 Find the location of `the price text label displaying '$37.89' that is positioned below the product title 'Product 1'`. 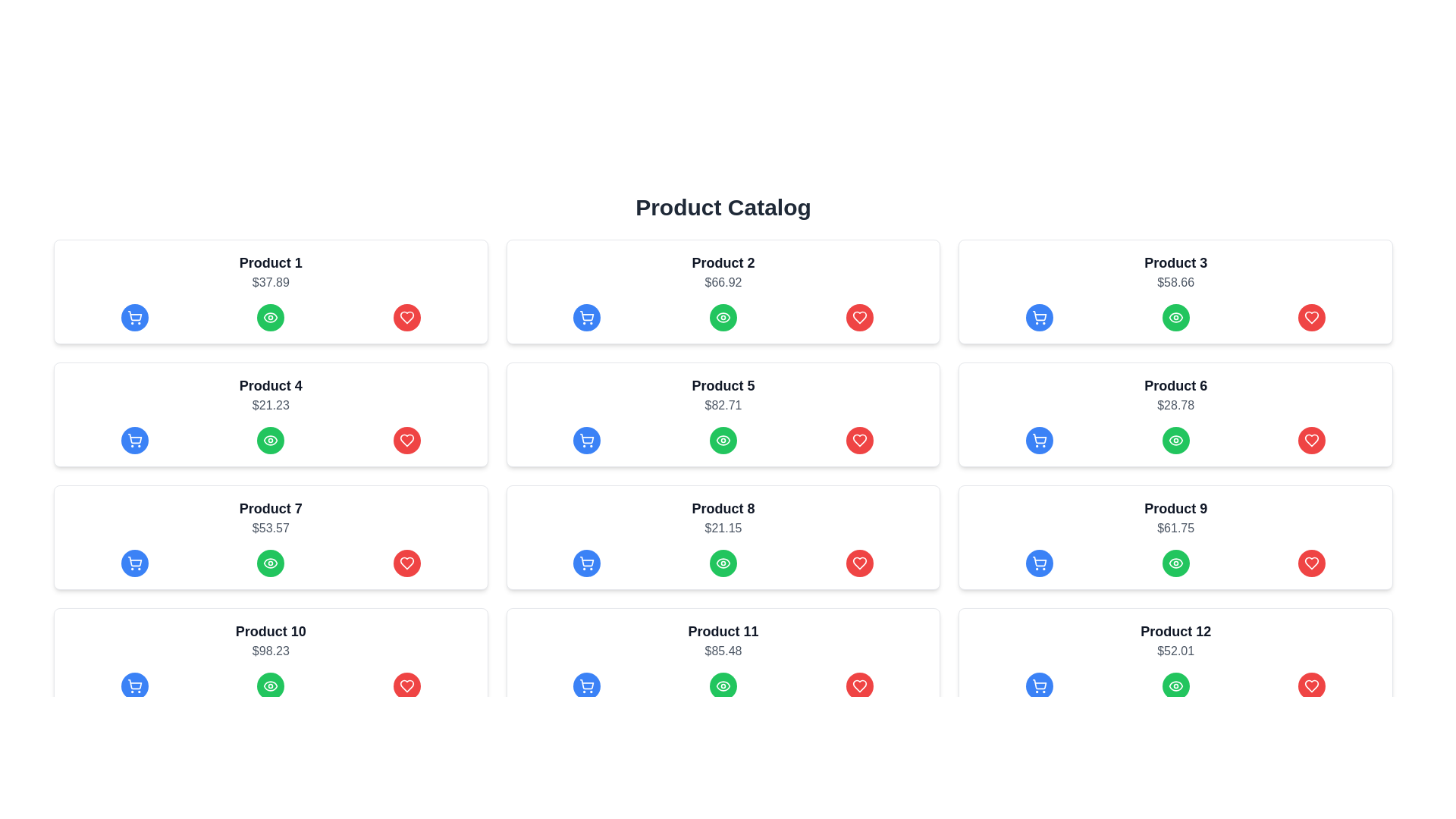

the price text label displaying '$37.89' that is positioned below the product title 'Product 1' is located at coordinates (271, 283).